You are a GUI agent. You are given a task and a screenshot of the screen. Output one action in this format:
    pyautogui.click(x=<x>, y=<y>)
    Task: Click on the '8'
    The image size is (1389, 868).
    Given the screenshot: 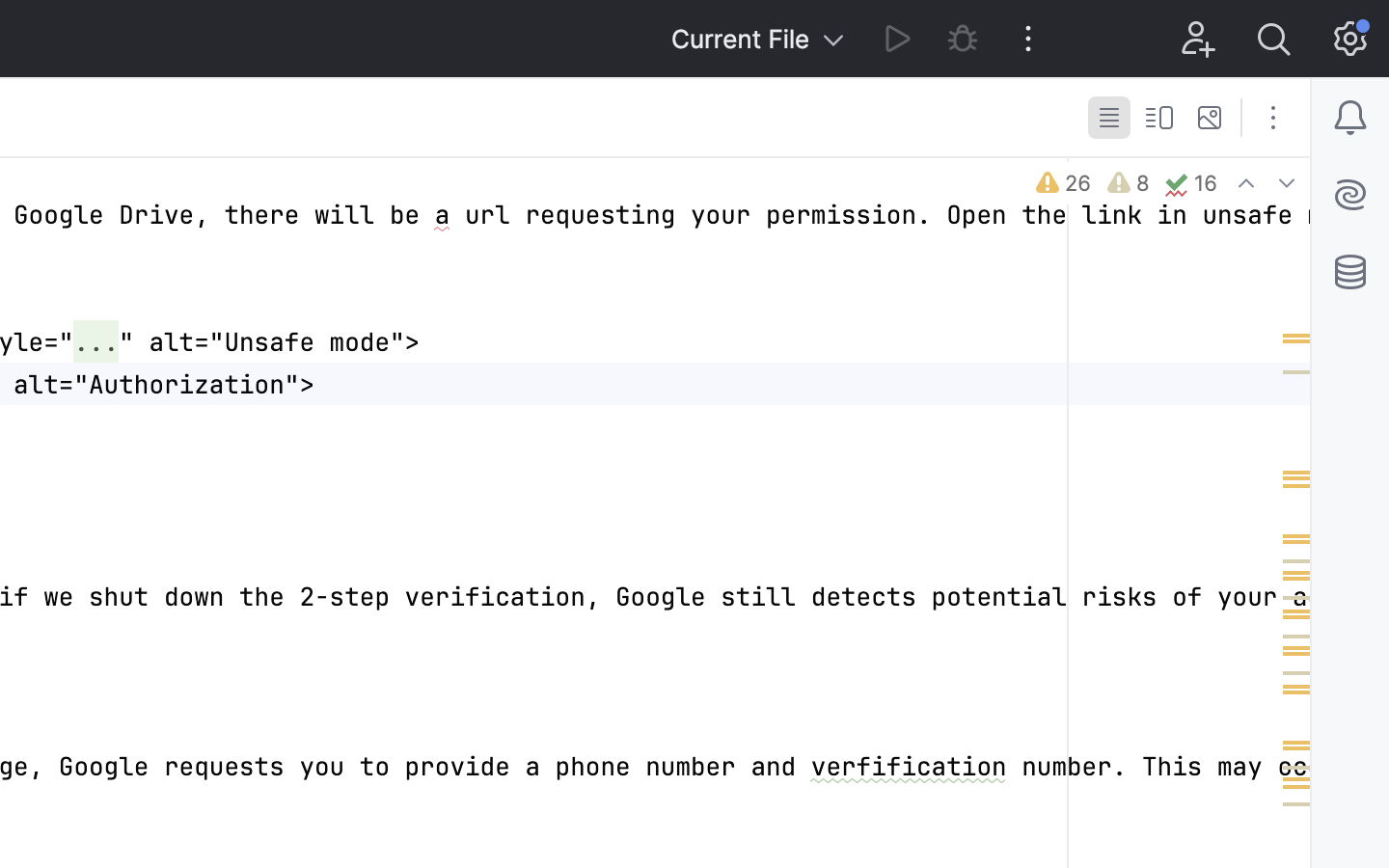 What is the action you would take?
    pyautogui.click(x=1126, y=182)
    